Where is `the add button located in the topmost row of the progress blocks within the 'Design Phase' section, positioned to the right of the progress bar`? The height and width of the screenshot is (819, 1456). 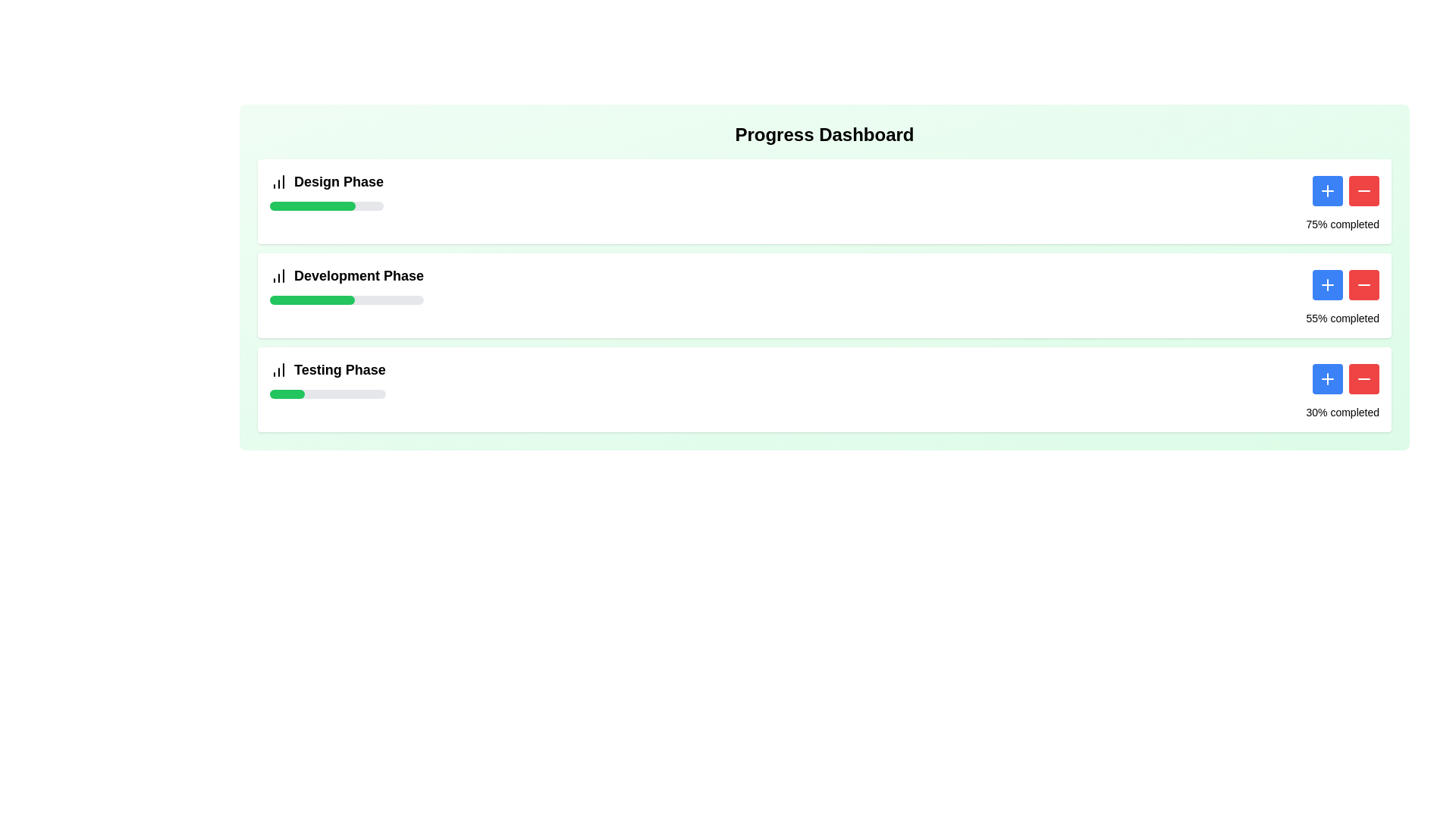 the add button located in the topmost row of the progress blocks within the 'Design Phase' section, positioned to the right of the progress bar is located at coordinates (1327, 190).